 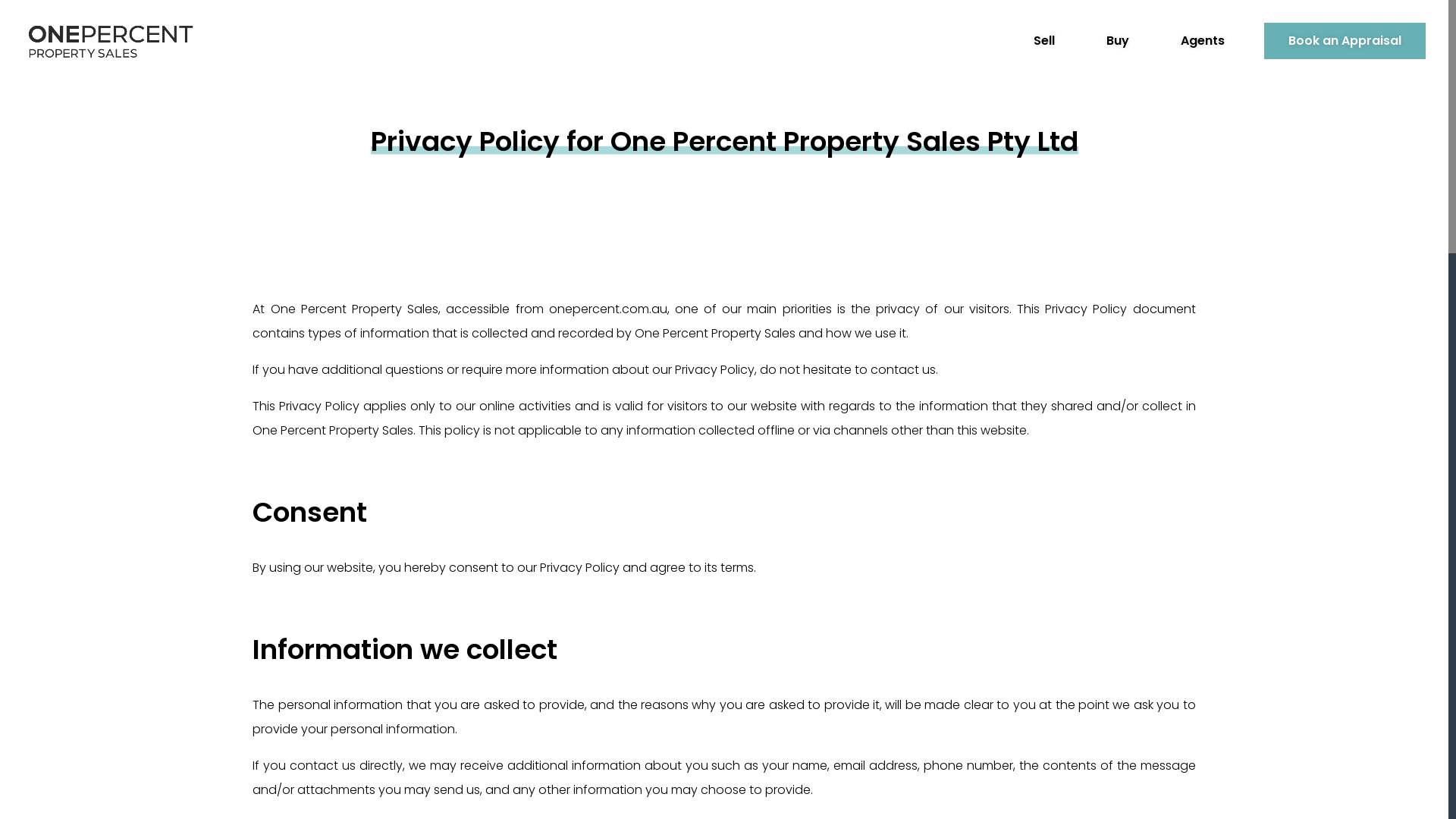 I want to click on 'Agents', so click(x=1156, y=39).